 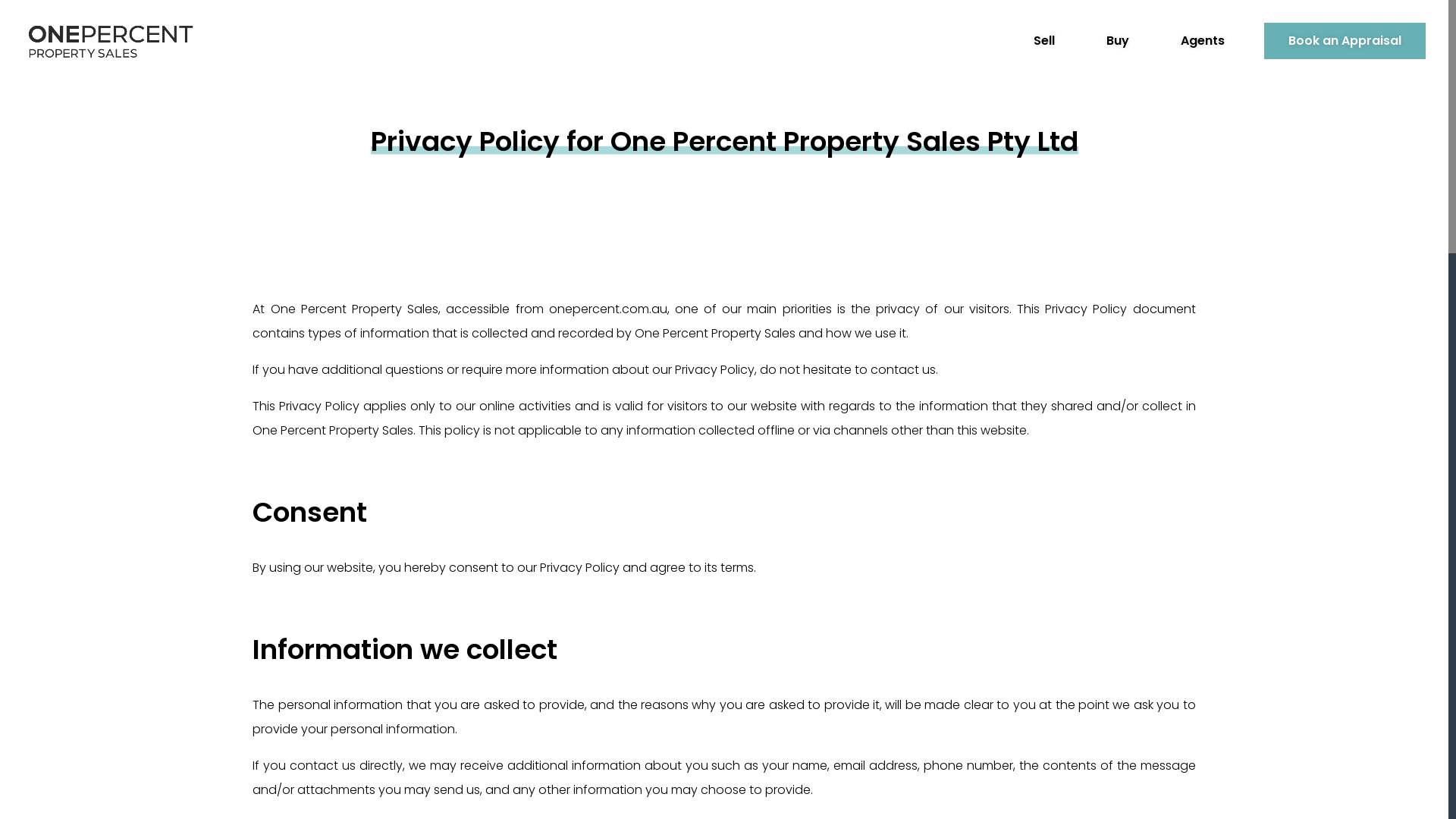 I want to click on 'Agents', so click(x=1156, y=39).